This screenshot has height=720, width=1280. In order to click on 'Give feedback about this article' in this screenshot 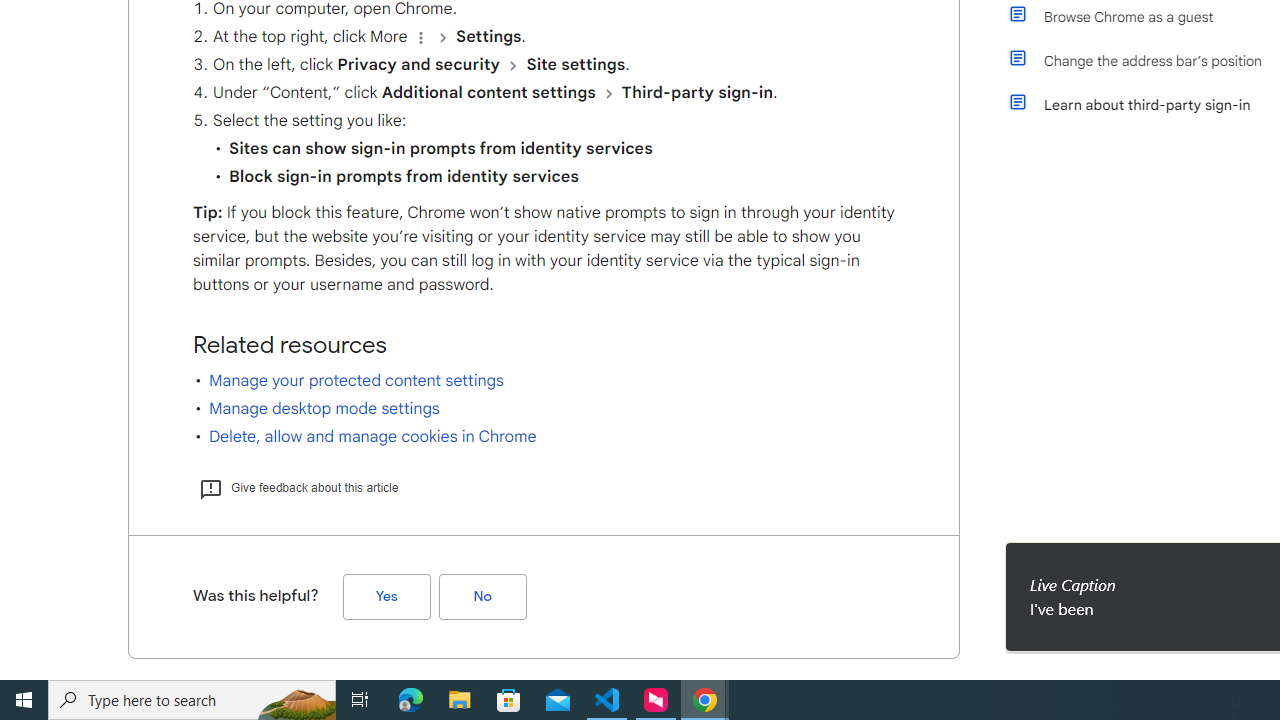, I will do `click(297, 487)`.